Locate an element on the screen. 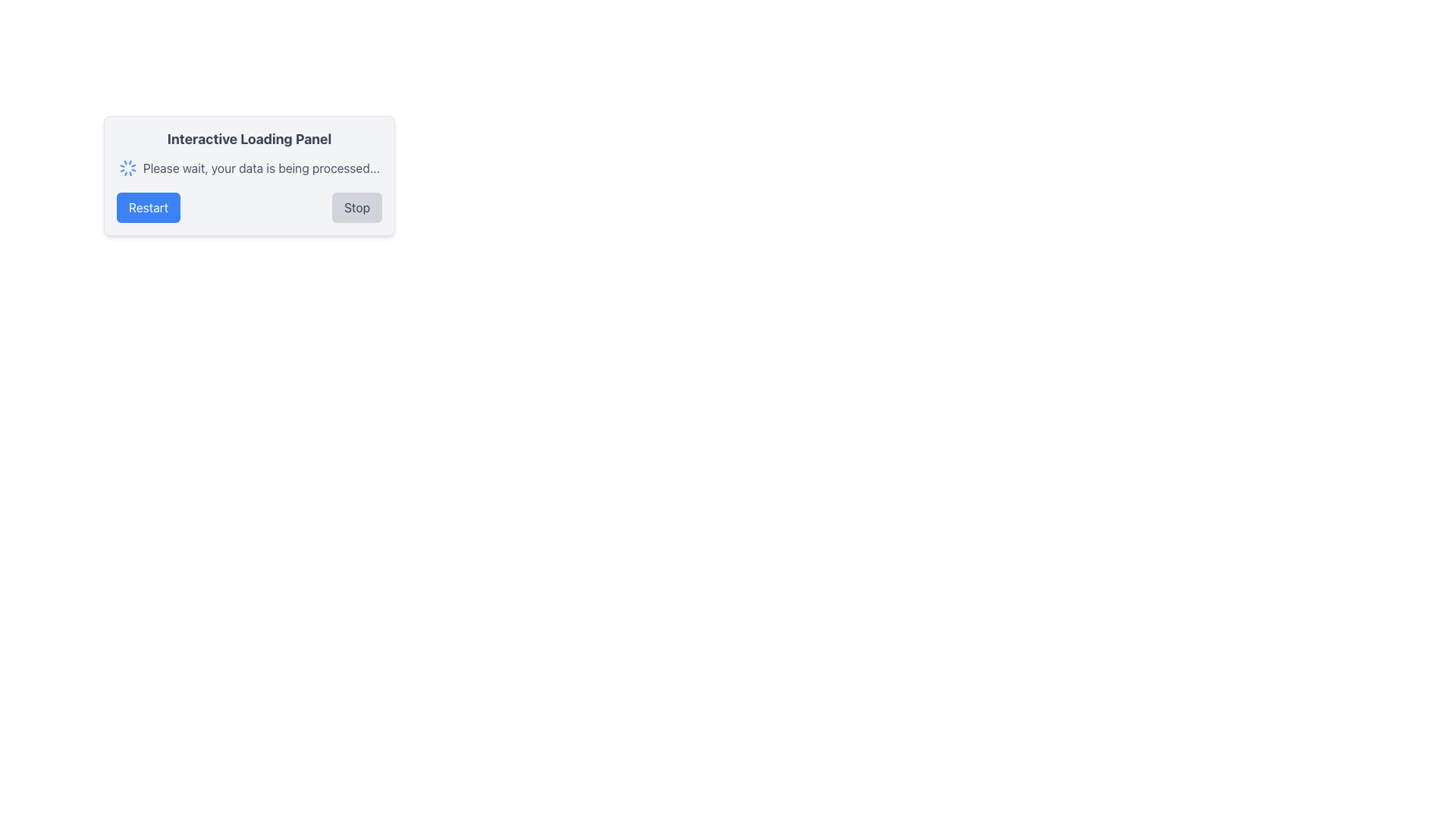  status message text located to the right of the spinning loader icon in the 'Interactive Loading Panel', positioned below the header text is located at coordinates (262, 168).